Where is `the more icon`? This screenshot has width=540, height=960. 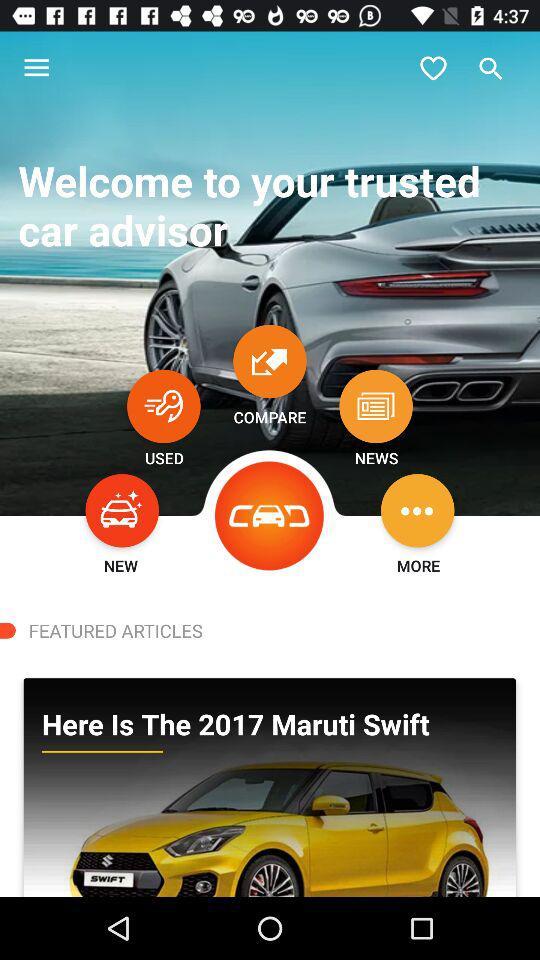 the more icon is located at coordinates (416, 509).